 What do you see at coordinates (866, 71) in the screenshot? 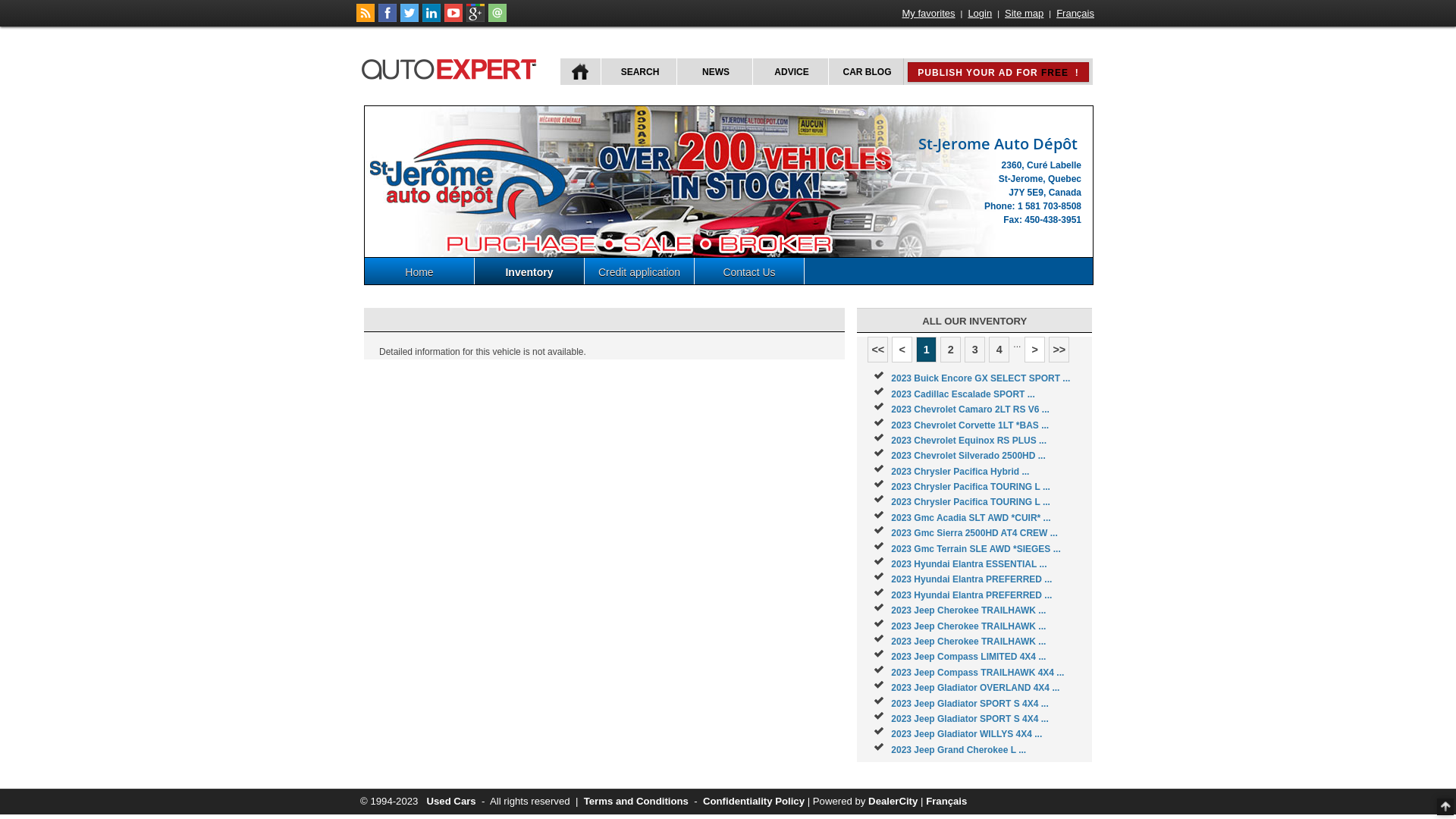
I see `'CAR BLOG'` at bounding box center [866, 71].